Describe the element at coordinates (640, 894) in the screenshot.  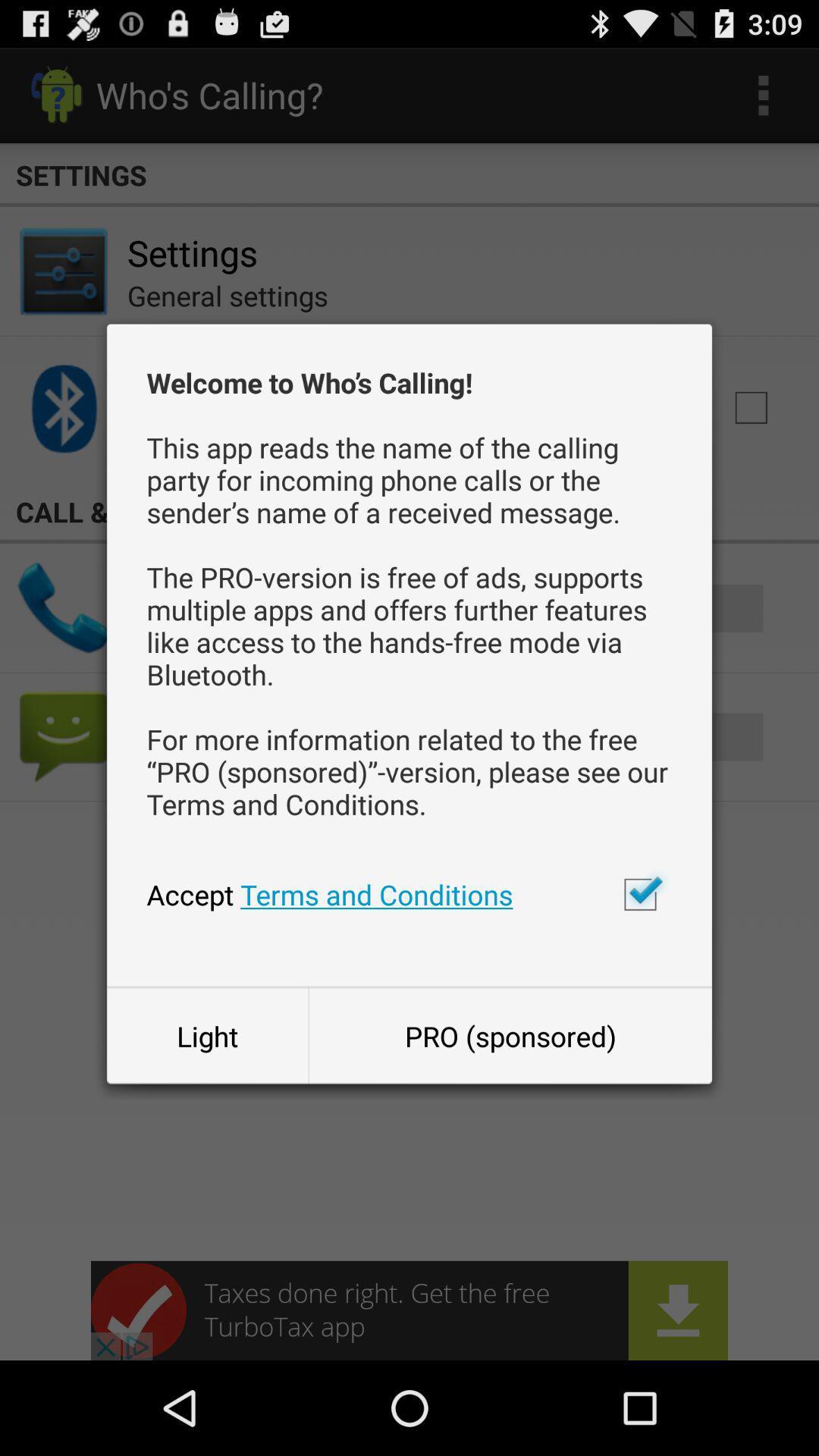
I see `accept` at that location.